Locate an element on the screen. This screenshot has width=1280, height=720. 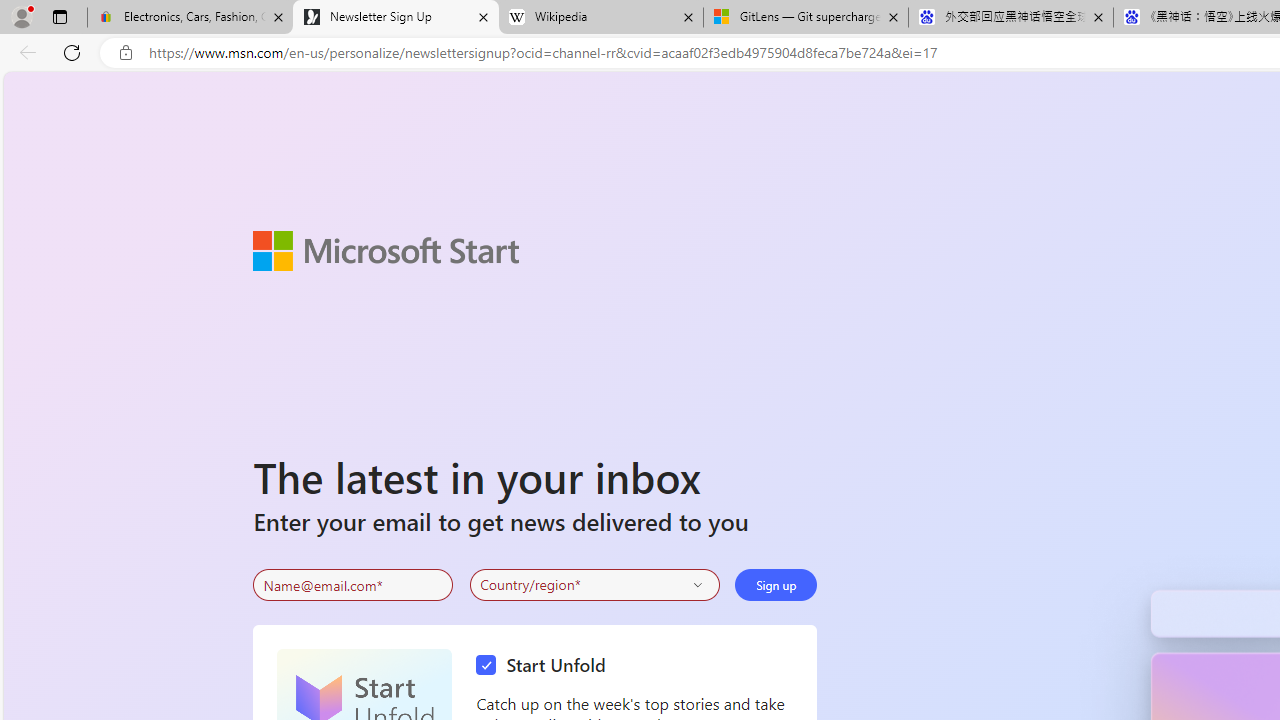
'Select your country' is located at coordinates (594, 585).